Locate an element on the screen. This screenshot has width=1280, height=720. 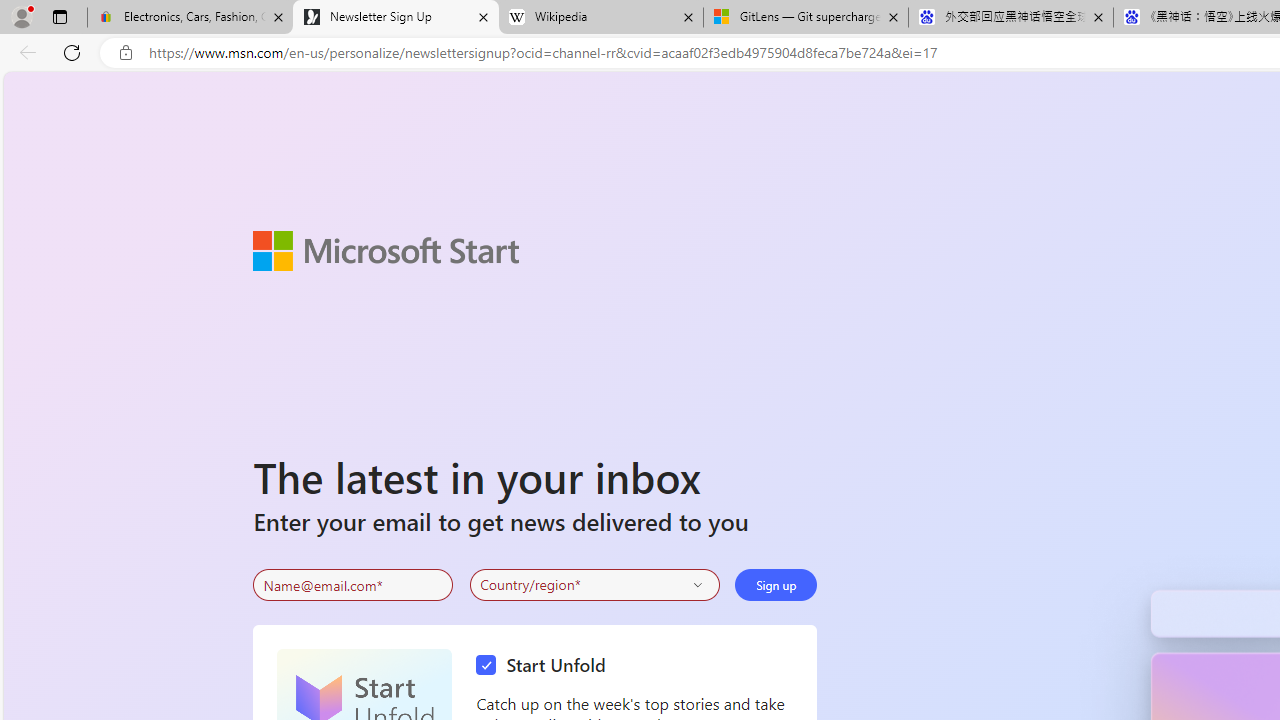
'Select your country' is located at coordinates (594, 585).